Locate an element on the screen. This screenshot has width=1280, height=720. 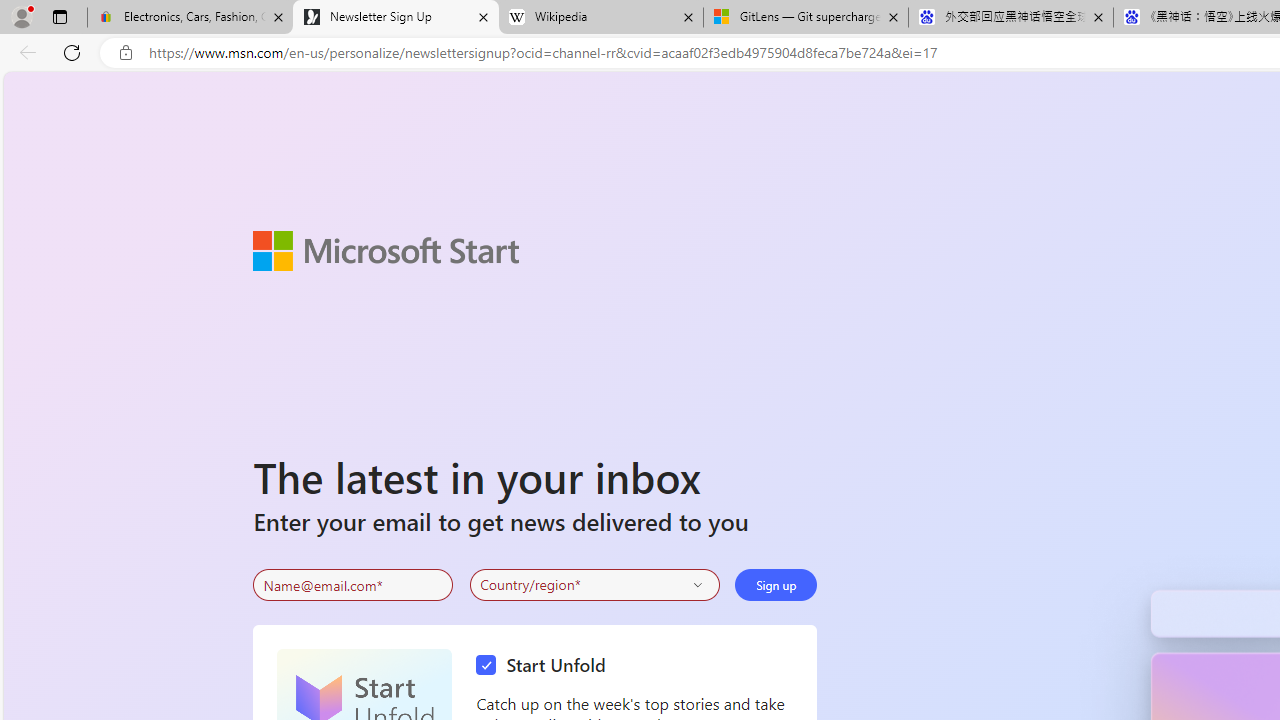
'Select your country' is located at coordinates (594, 585).